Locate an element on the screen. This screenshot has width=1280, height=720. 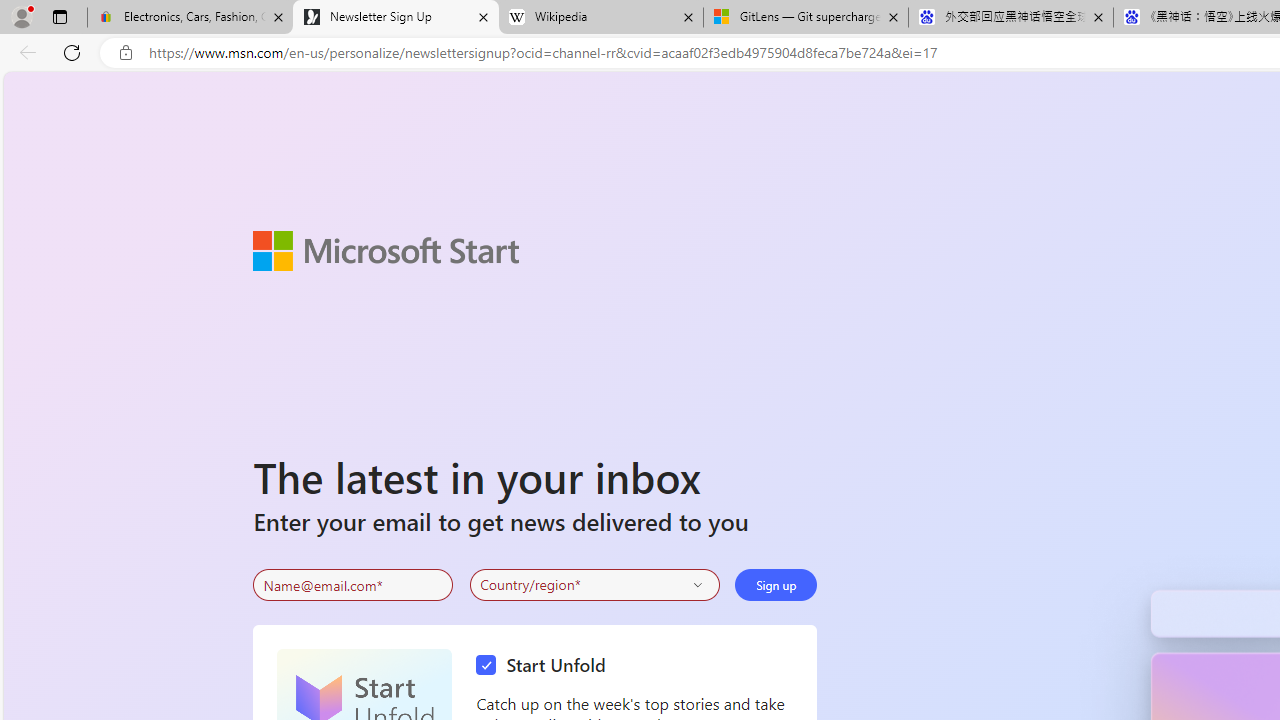
'Select your country' is located at coordinates (594, 585).